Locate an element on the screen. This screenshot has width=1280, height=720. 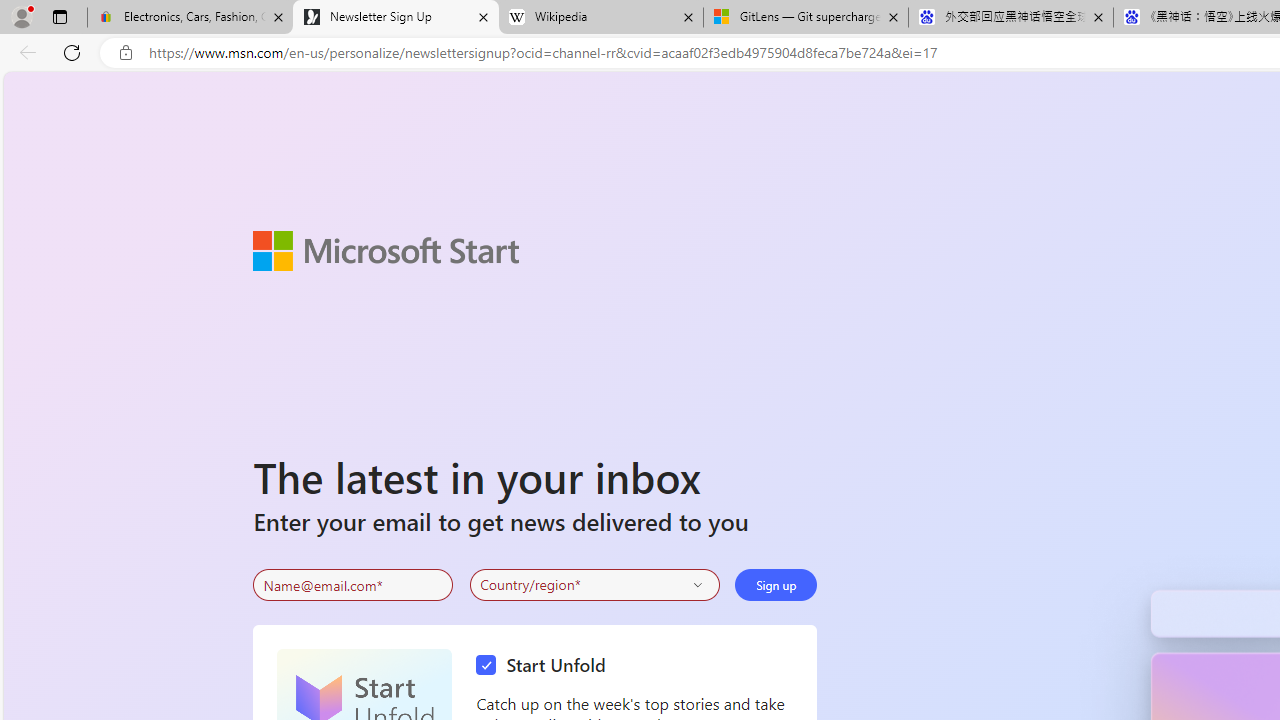
'Select your country' is located at coordinates (594, 585).